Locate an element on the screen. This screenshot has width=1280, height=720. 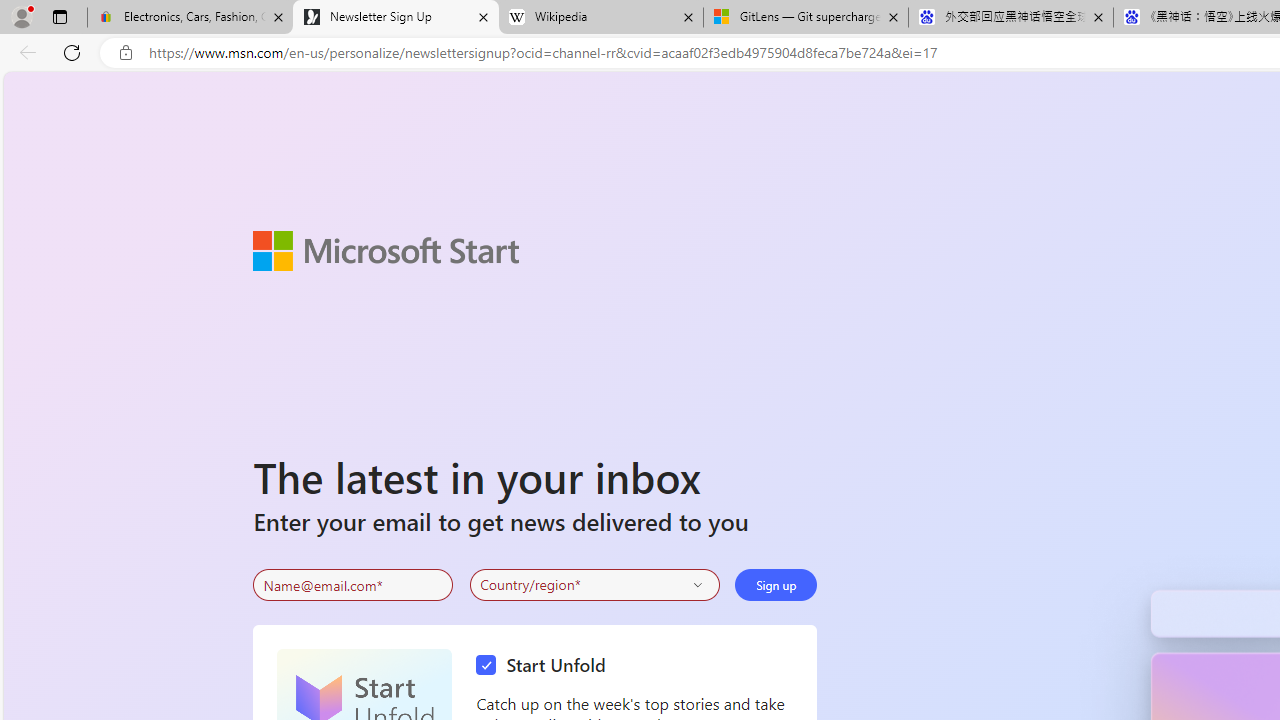
'Select your country' is located at coordinates (594, 585).